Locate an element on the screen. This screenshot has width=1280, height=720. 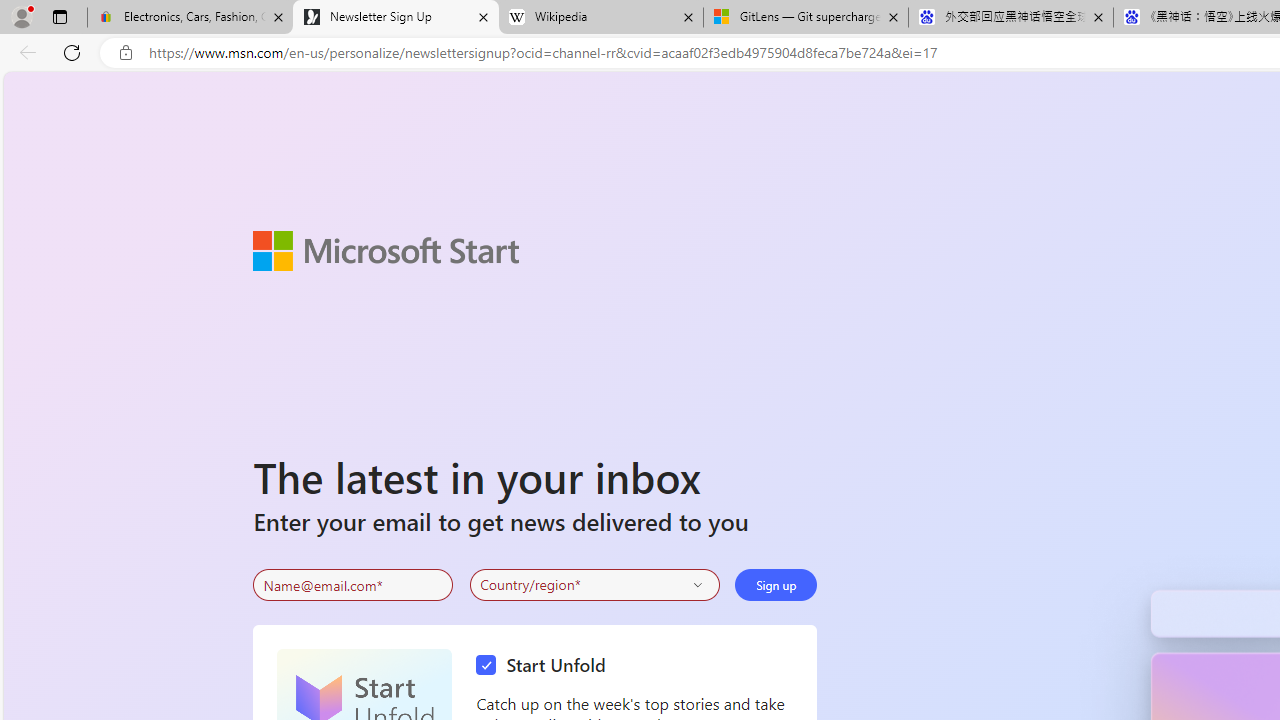
'Select your country' is located at coordinates (594, 585).